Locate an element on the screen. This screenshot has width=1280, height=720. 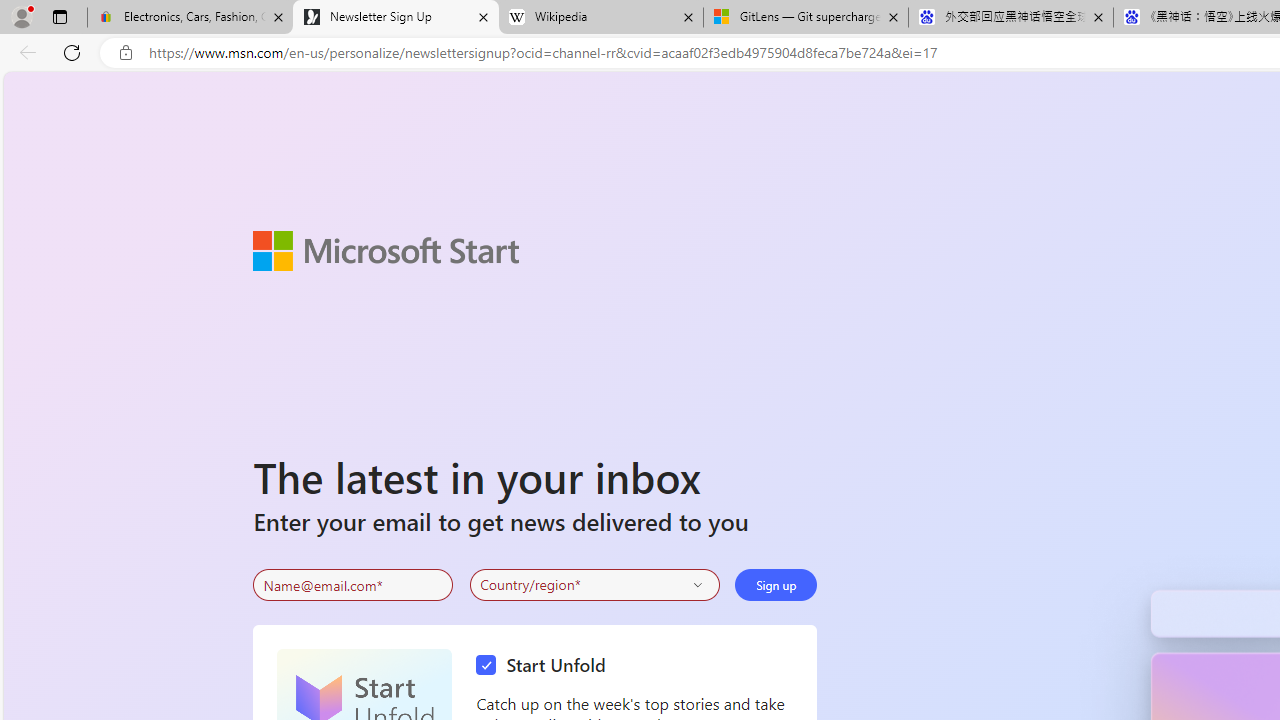
'Select your country' is located at coordinates (594, 585).